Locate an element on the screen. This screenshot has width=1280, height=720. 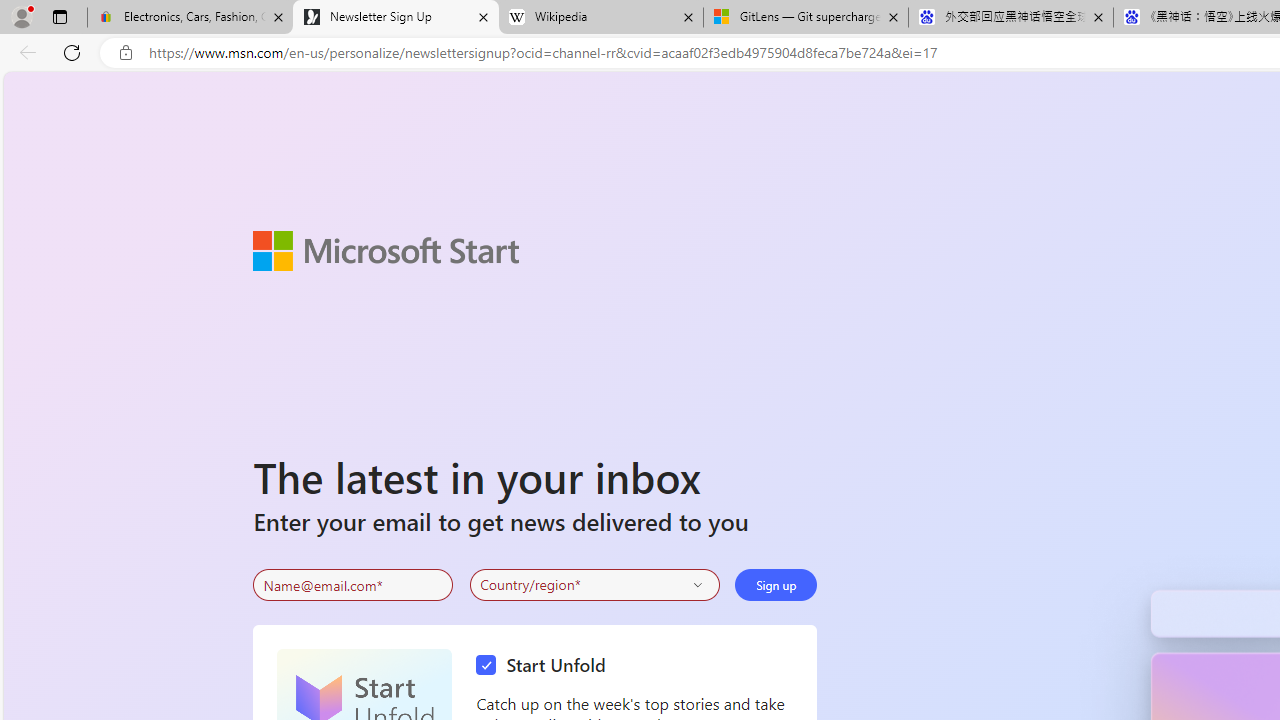
'Select your country' is located at coordinates (594, 585).